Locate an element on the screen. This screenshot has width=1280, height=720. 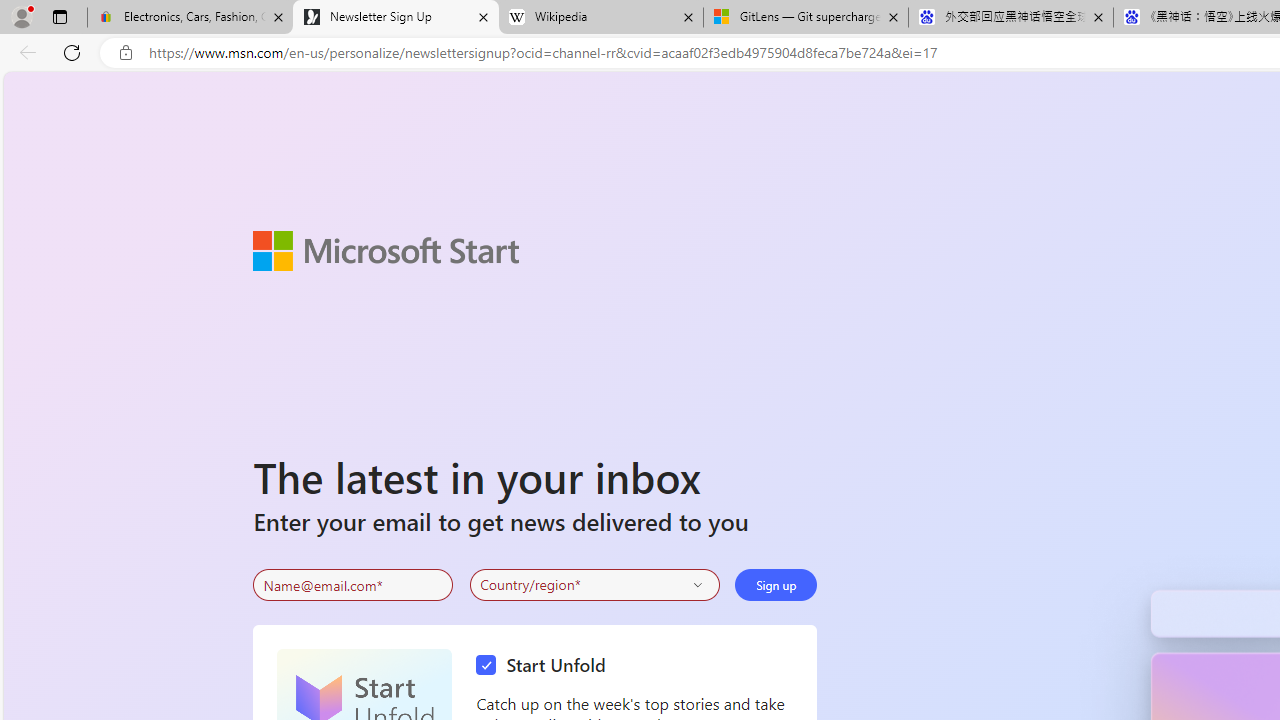
'Select your country' is located at coordinates (594, 585).